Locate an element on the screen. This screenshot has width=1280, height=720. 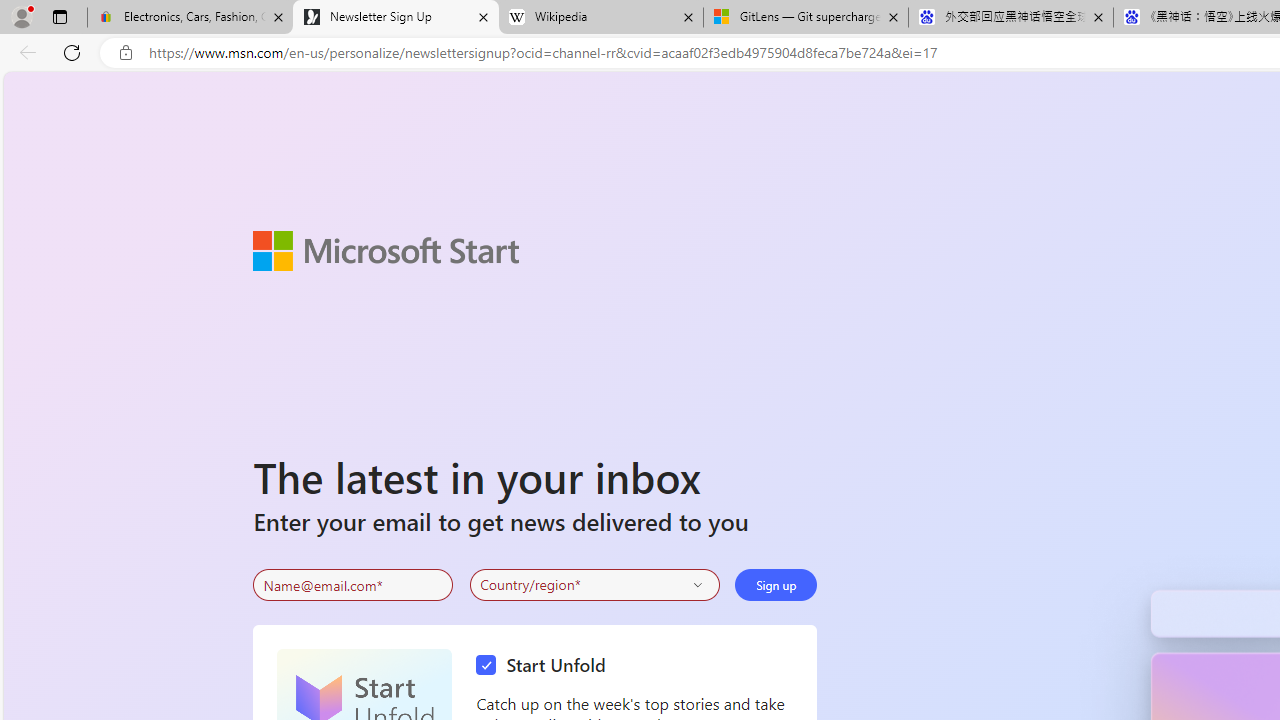
'Select your country' is located at coordinates (594, 585).